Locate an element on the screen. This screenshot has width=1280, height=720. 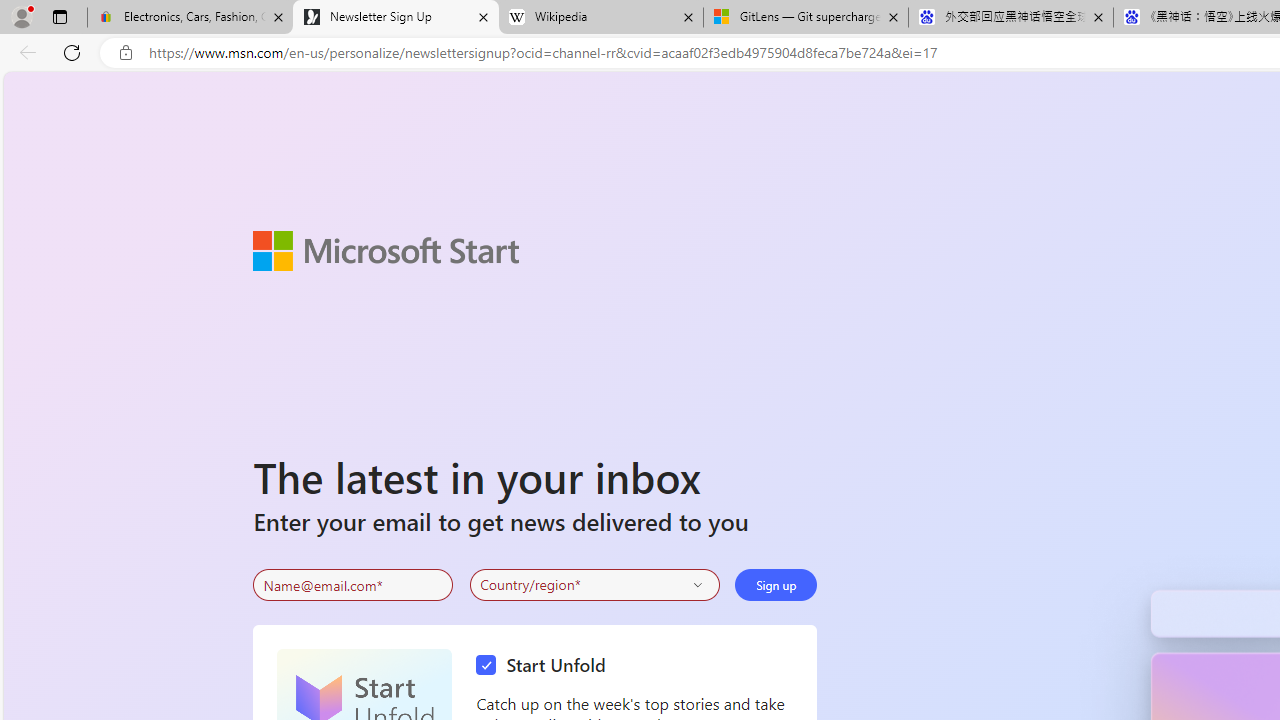
'Select your country' is located at coordinates (594, 585).